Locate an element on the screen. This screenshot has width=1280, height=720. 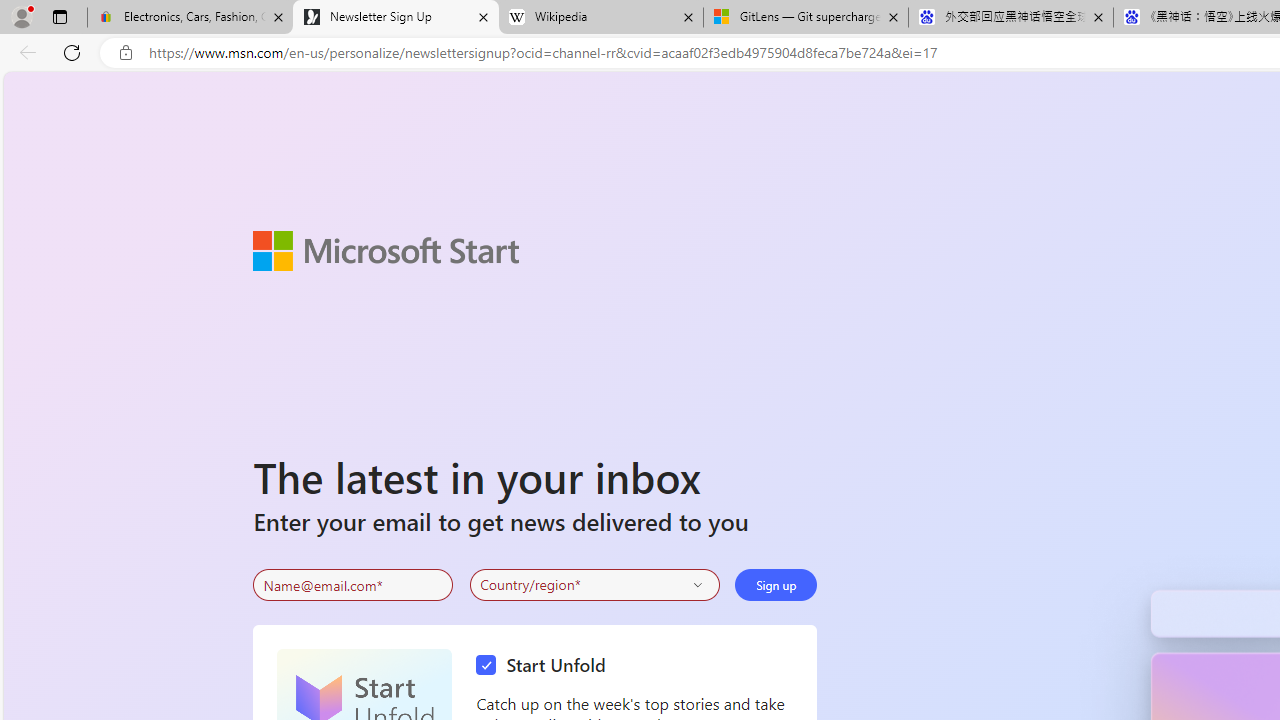
'Select your country' is located at coordinates (594, 585).